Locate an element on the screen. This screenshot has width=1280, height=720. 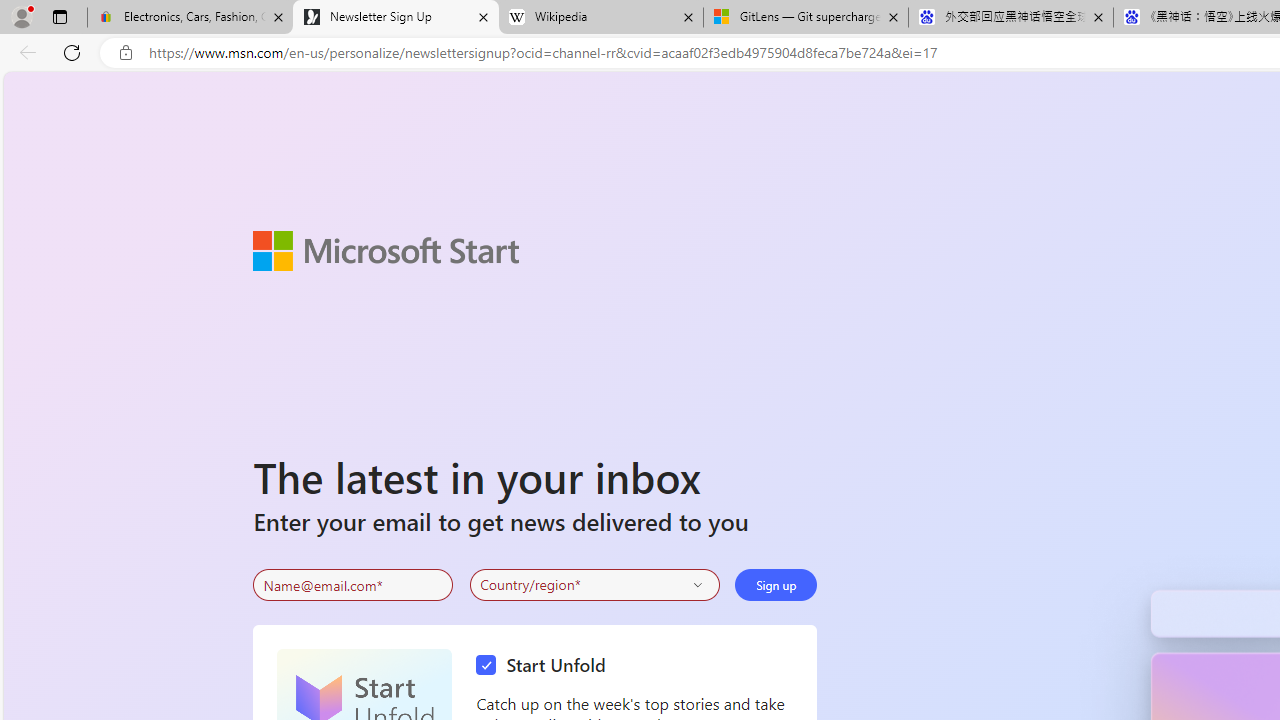
'Select your country' is located at coordinates (594, 585).